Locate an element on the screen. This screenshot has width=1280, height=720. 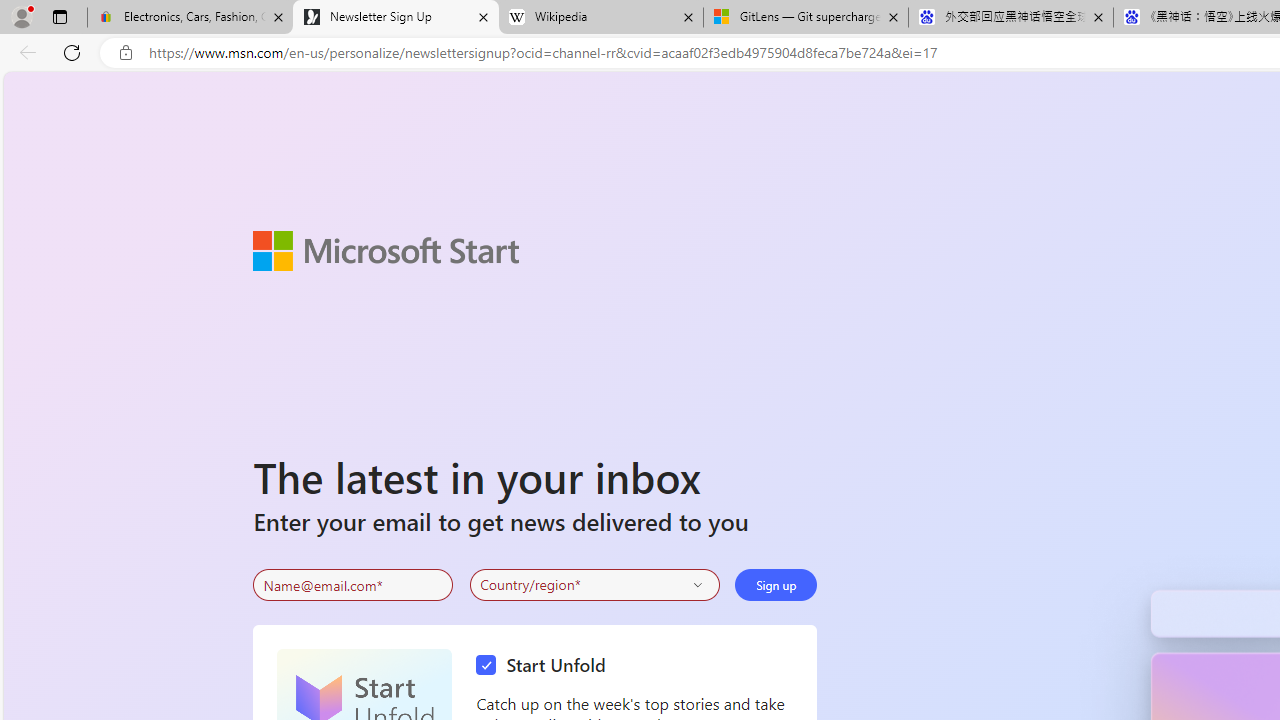
'Select your country' is located at coordinates (594, 585).